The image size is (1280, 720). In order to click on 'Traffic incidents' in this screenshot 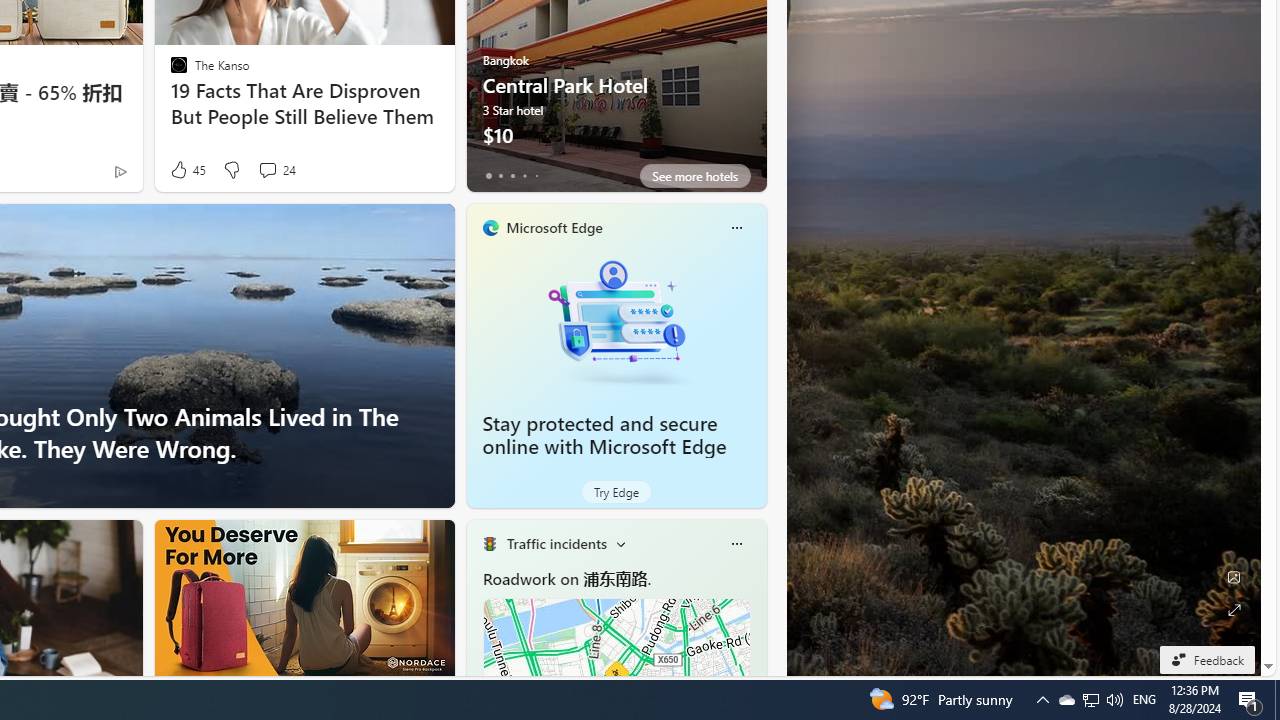, I will do `click(556, 543)`.